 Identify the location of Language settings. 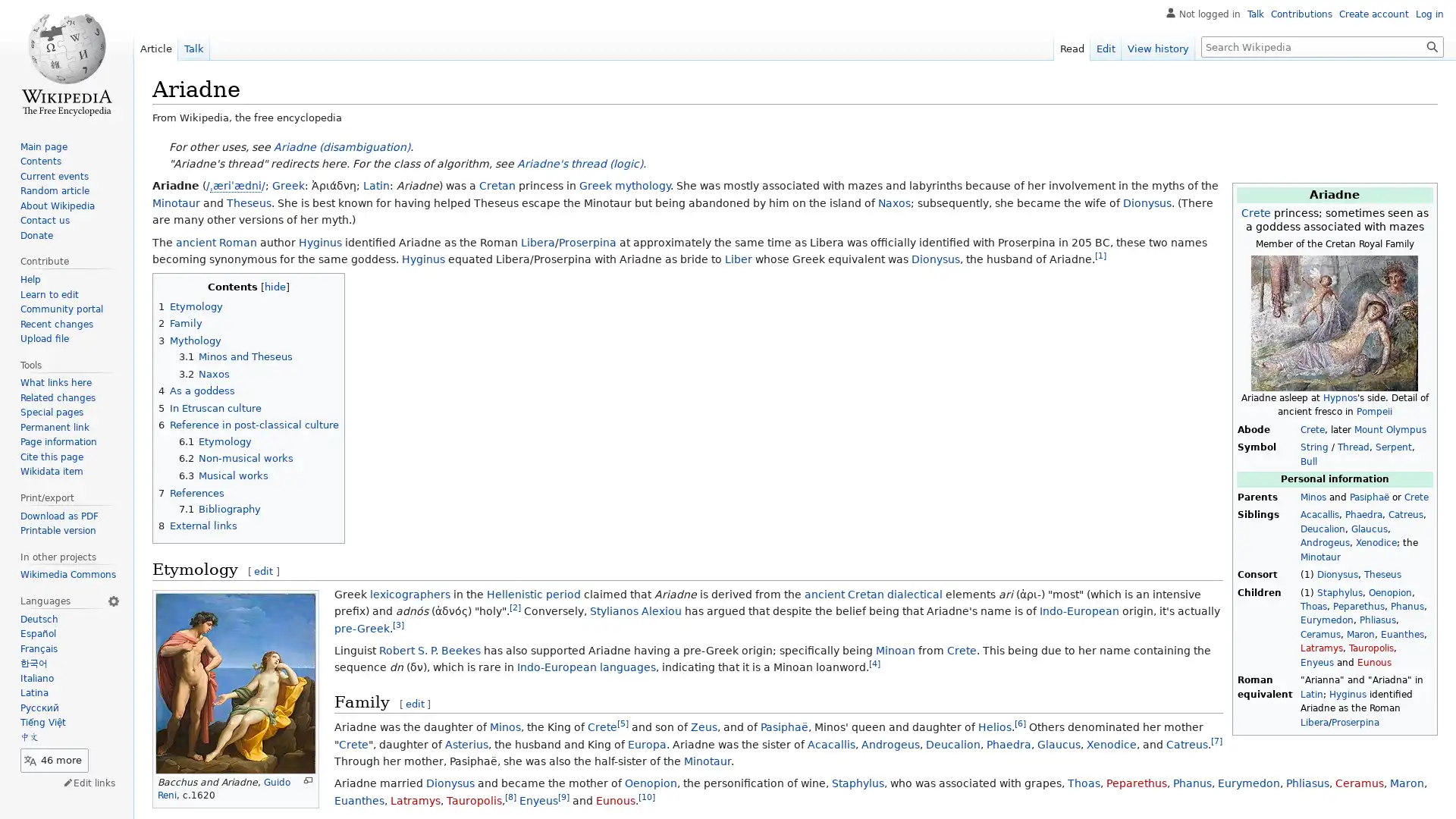
(112, 599).